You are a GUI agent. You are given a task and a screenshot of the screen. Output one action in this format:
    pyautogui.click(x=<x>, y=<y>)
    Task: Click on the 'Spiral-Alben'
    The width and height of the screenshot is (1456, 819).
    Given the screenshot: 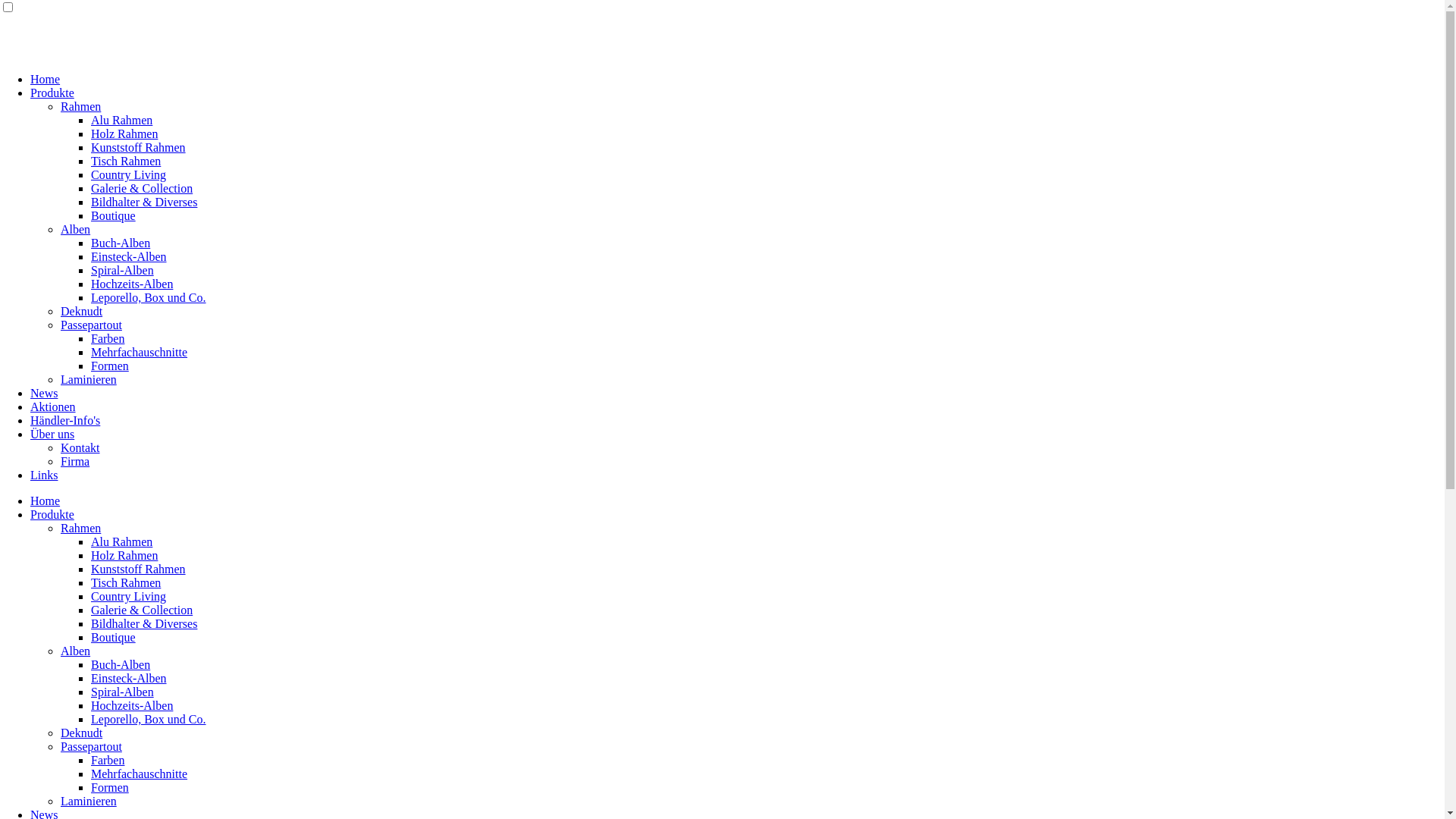 What is the action you would take?
    pyautogui.click(x=122, y=692)
    